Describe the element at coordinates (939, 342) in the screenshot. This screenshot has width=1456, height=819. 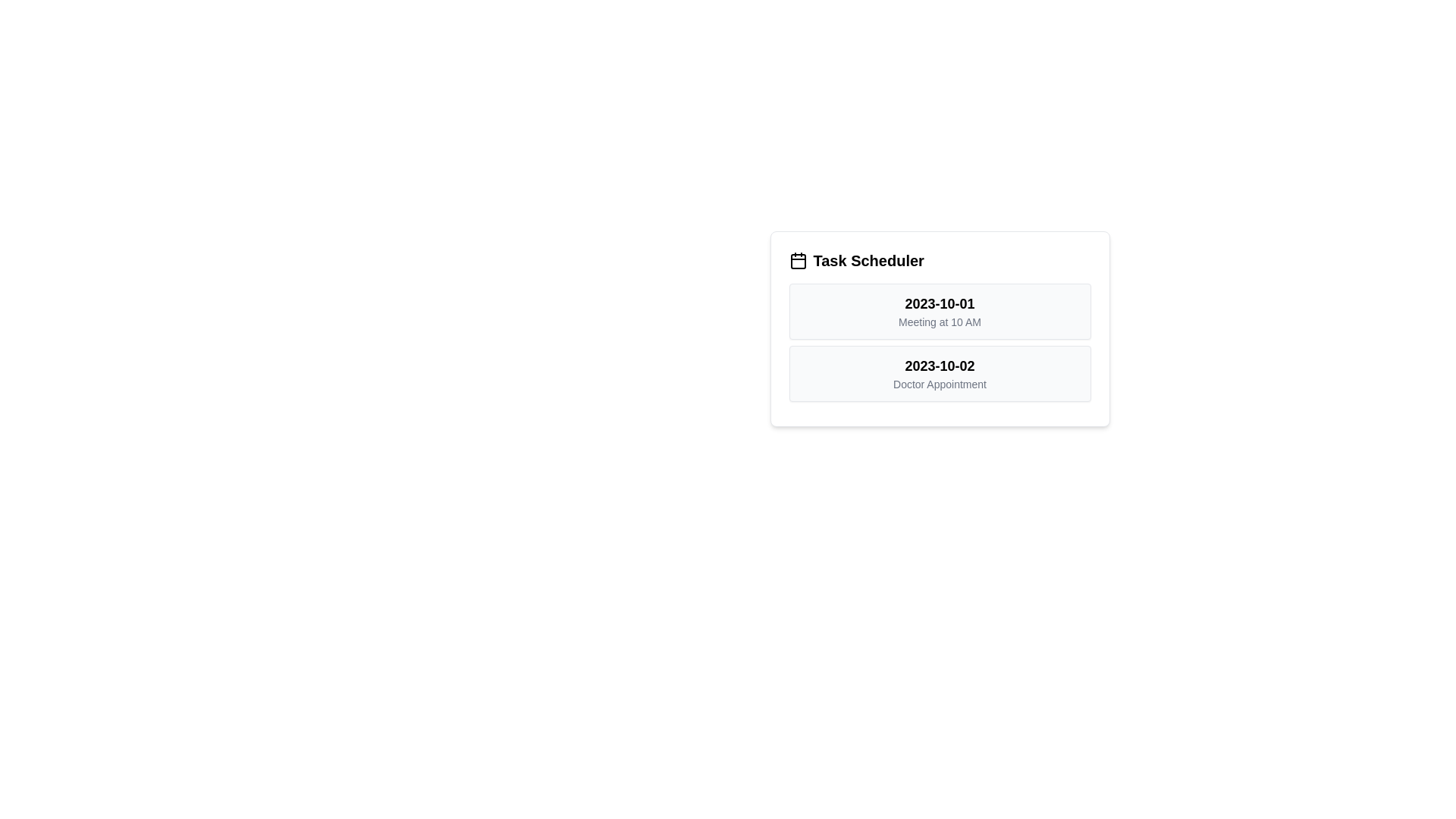
I see `the details of the appointment entry in the List of informational items located in the 'Task Scheduler' section, positioned below the title` at that location.